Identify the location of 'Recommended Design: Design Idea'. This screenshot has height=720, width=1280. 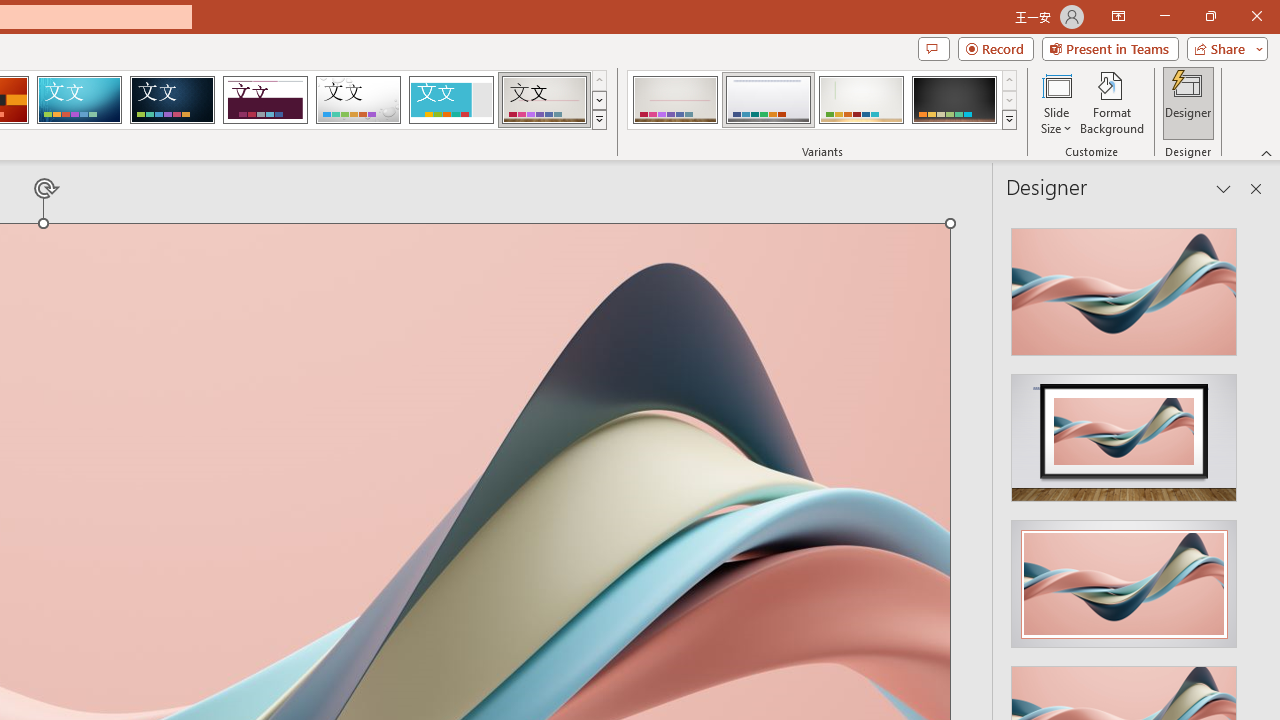
(1124, 286).